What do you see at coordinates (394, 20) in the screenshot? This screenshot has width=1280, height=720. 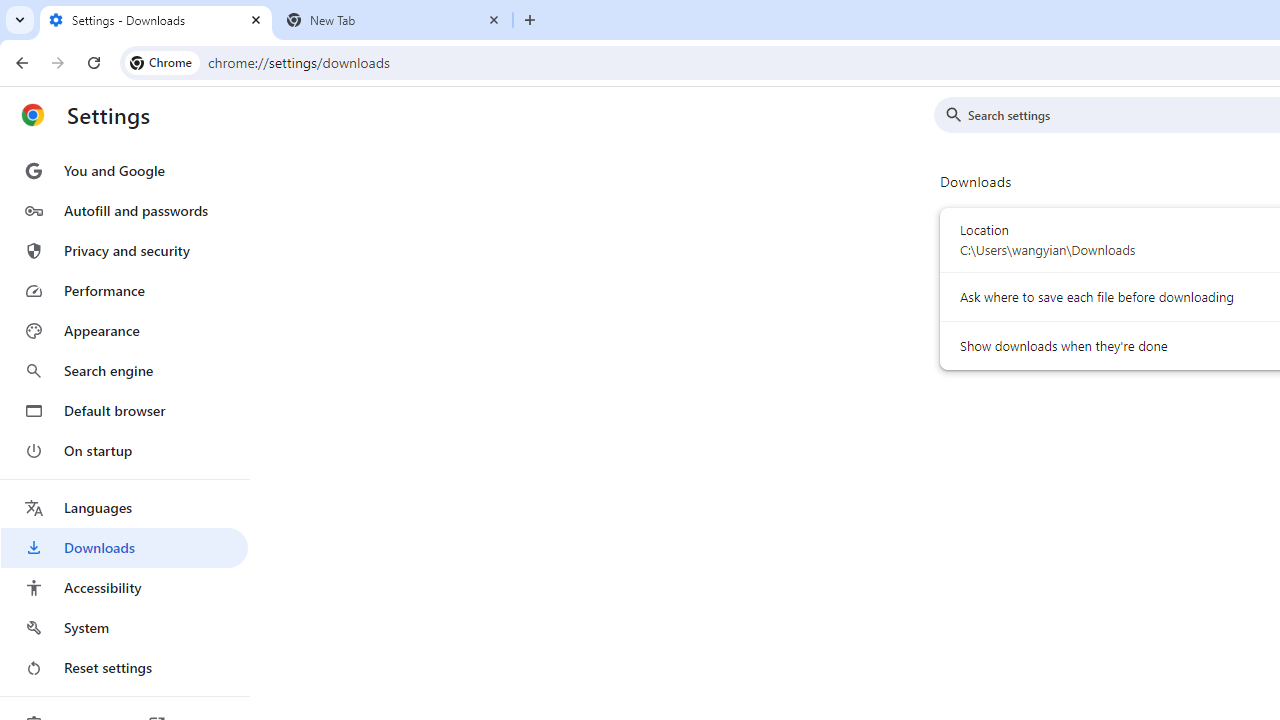 I see `'New Tab'` at bounding box center [394, 20].